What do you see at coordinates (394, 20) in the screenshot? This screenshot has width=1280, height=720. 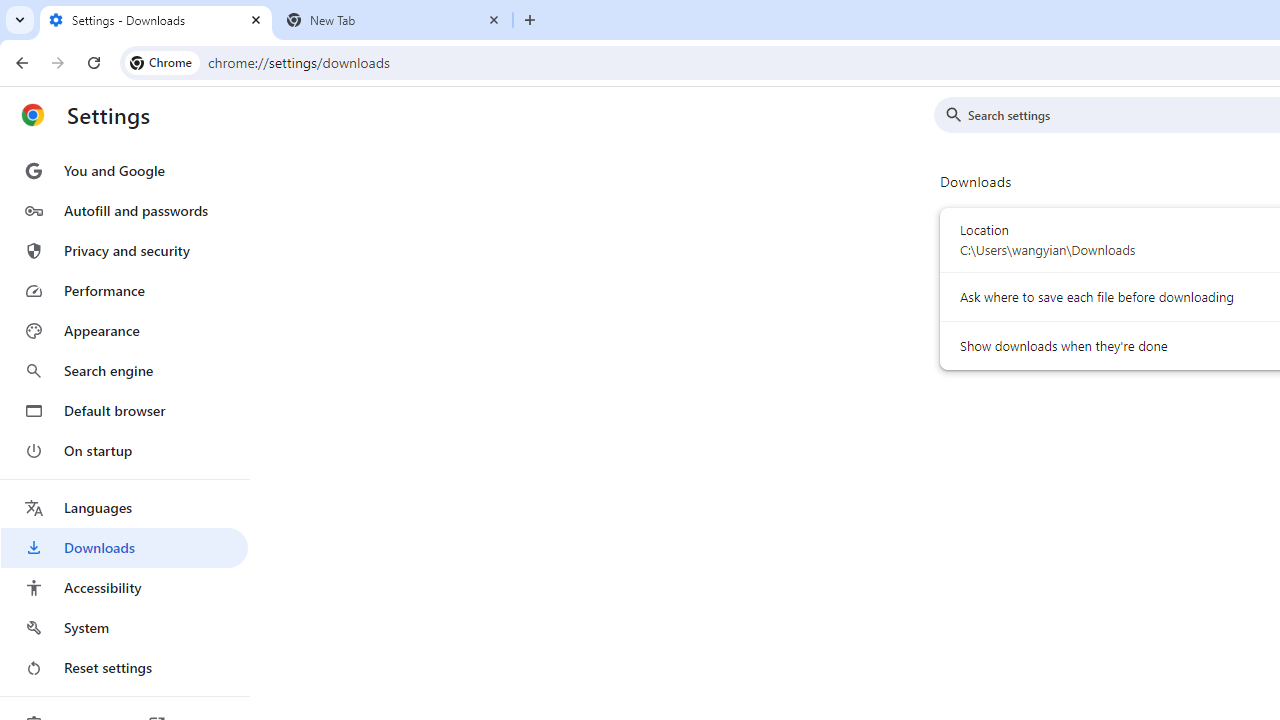 I see `'New Tab'` at bounding box center [394, 20].